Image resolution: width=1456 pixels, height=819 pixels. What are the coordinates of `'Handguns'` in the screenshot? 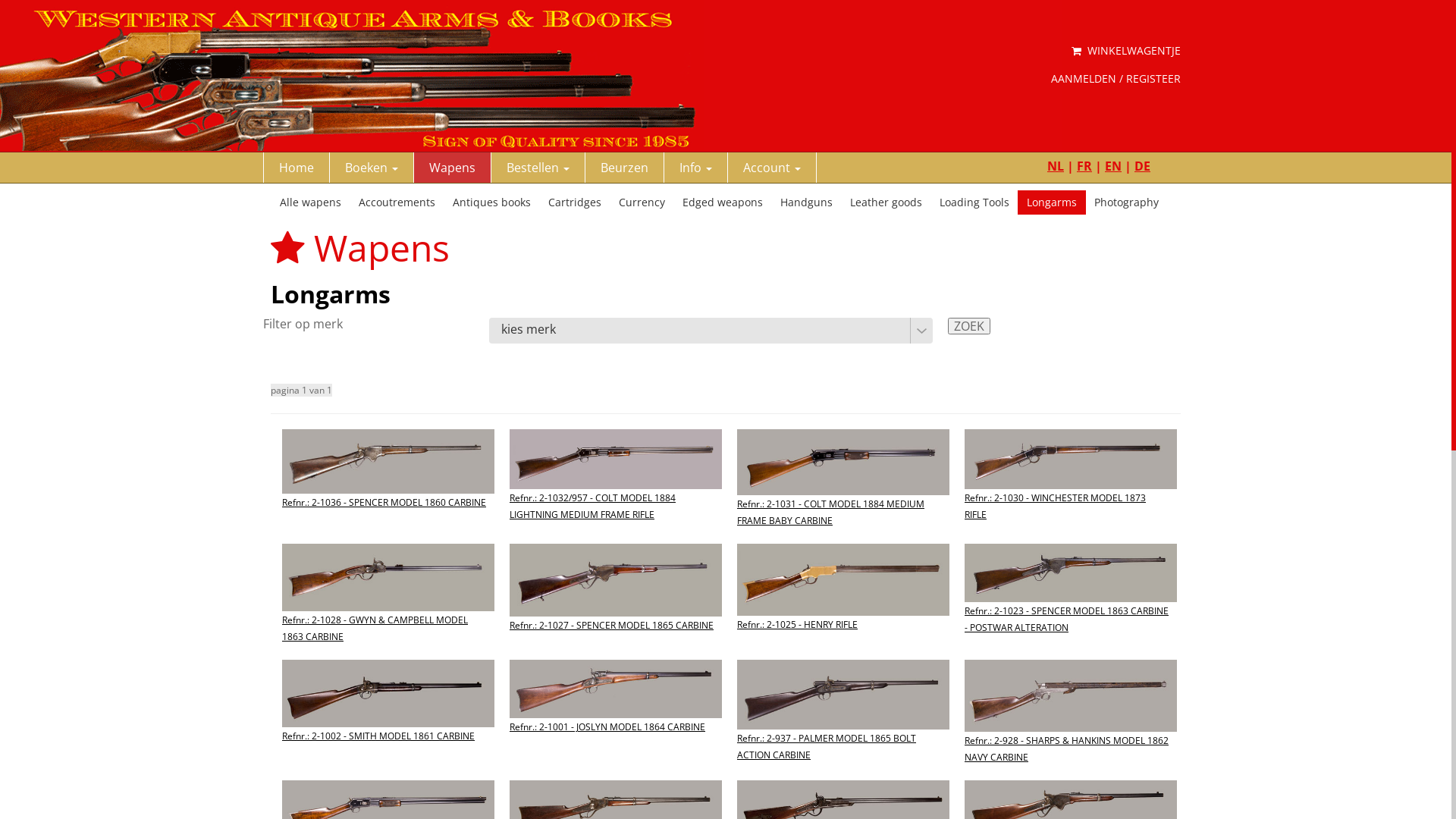 It's located at (805, 201).